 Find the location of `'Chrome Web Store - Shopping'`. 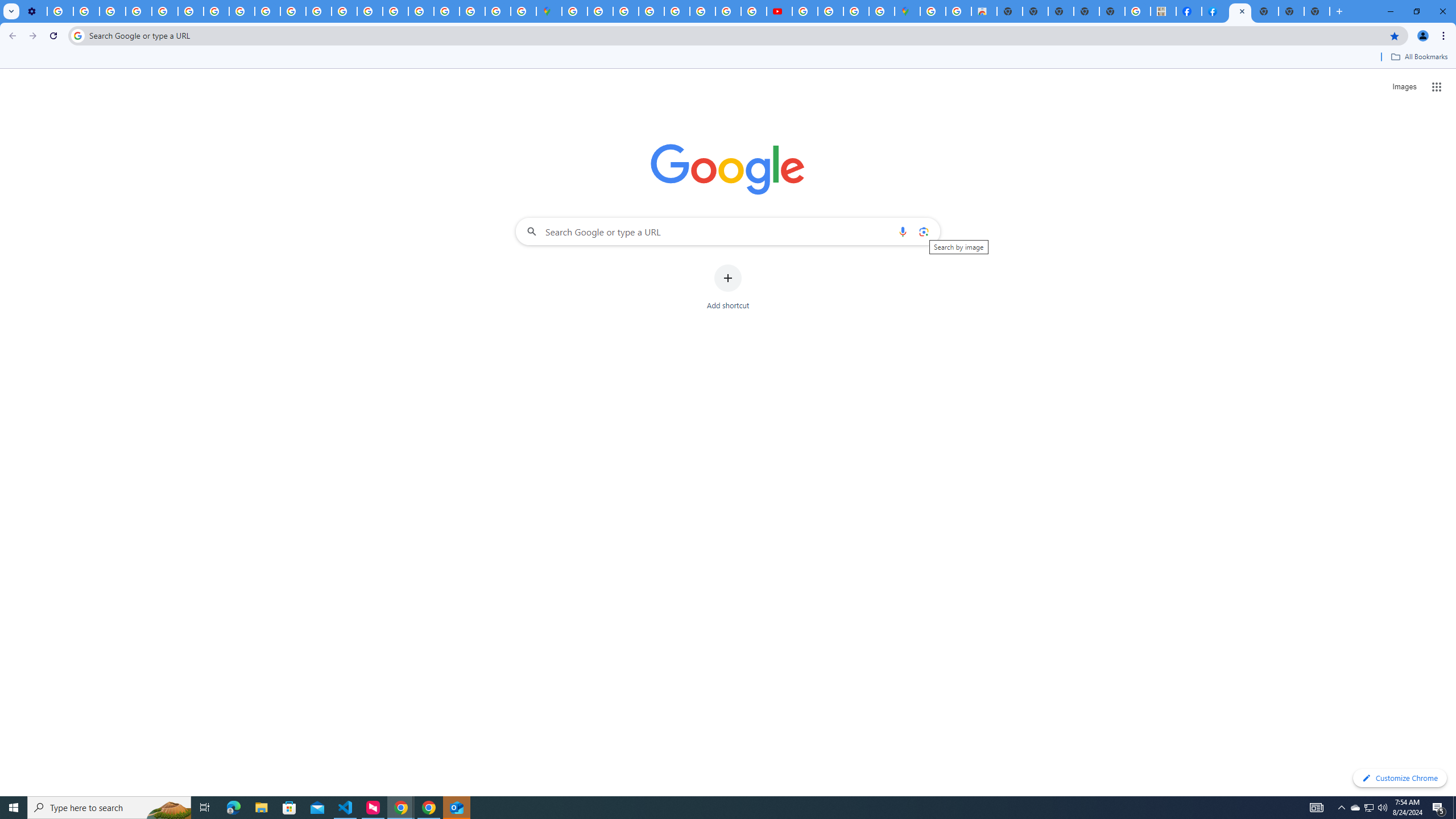

'Chrome Web Store - Shopping' is located at coordinates (983, 11).